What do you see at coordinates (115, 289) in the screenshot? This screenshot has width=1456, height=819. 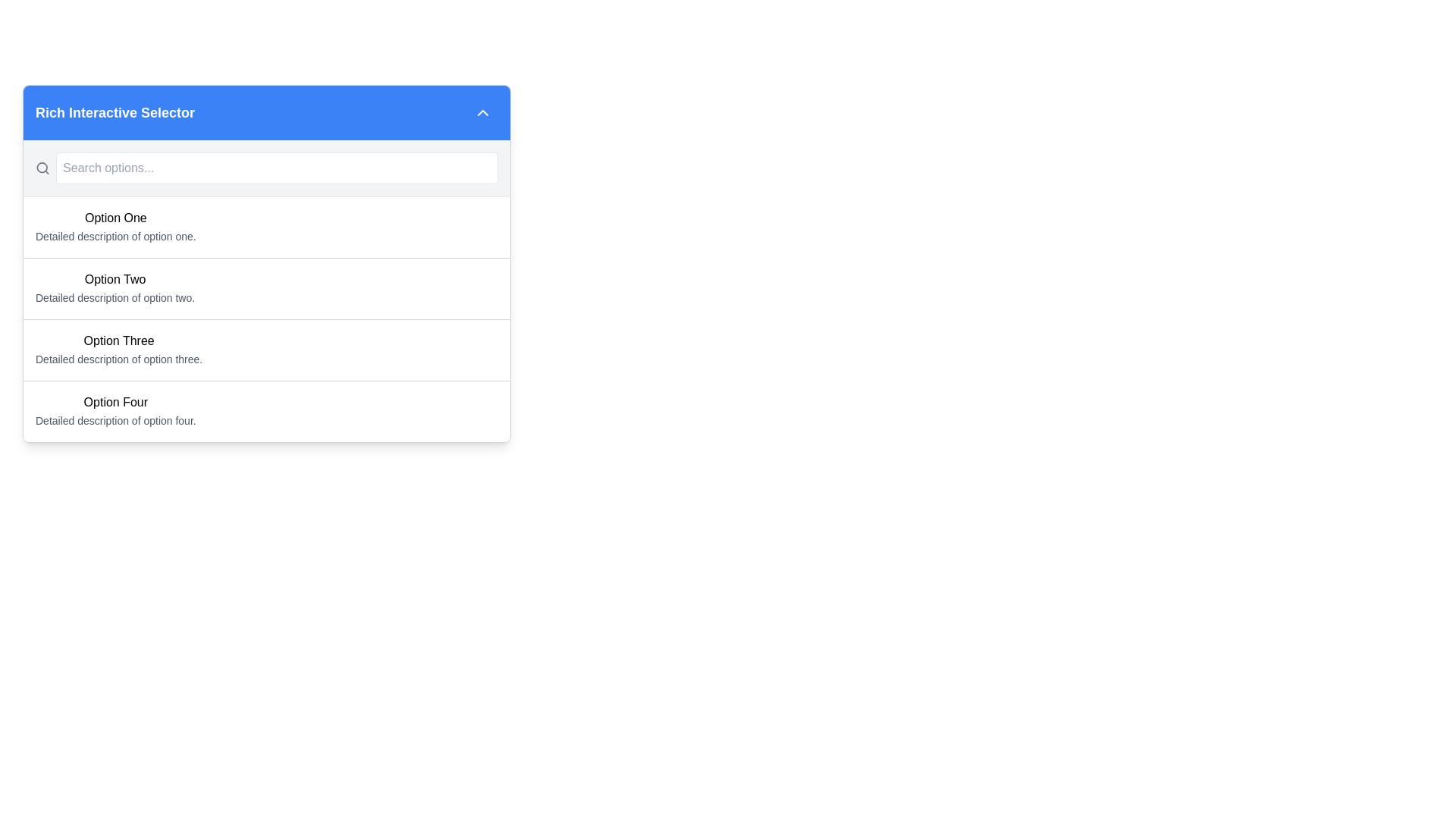 I see `the list item labeled 'Option Two'` at bounding box center [115, 289].